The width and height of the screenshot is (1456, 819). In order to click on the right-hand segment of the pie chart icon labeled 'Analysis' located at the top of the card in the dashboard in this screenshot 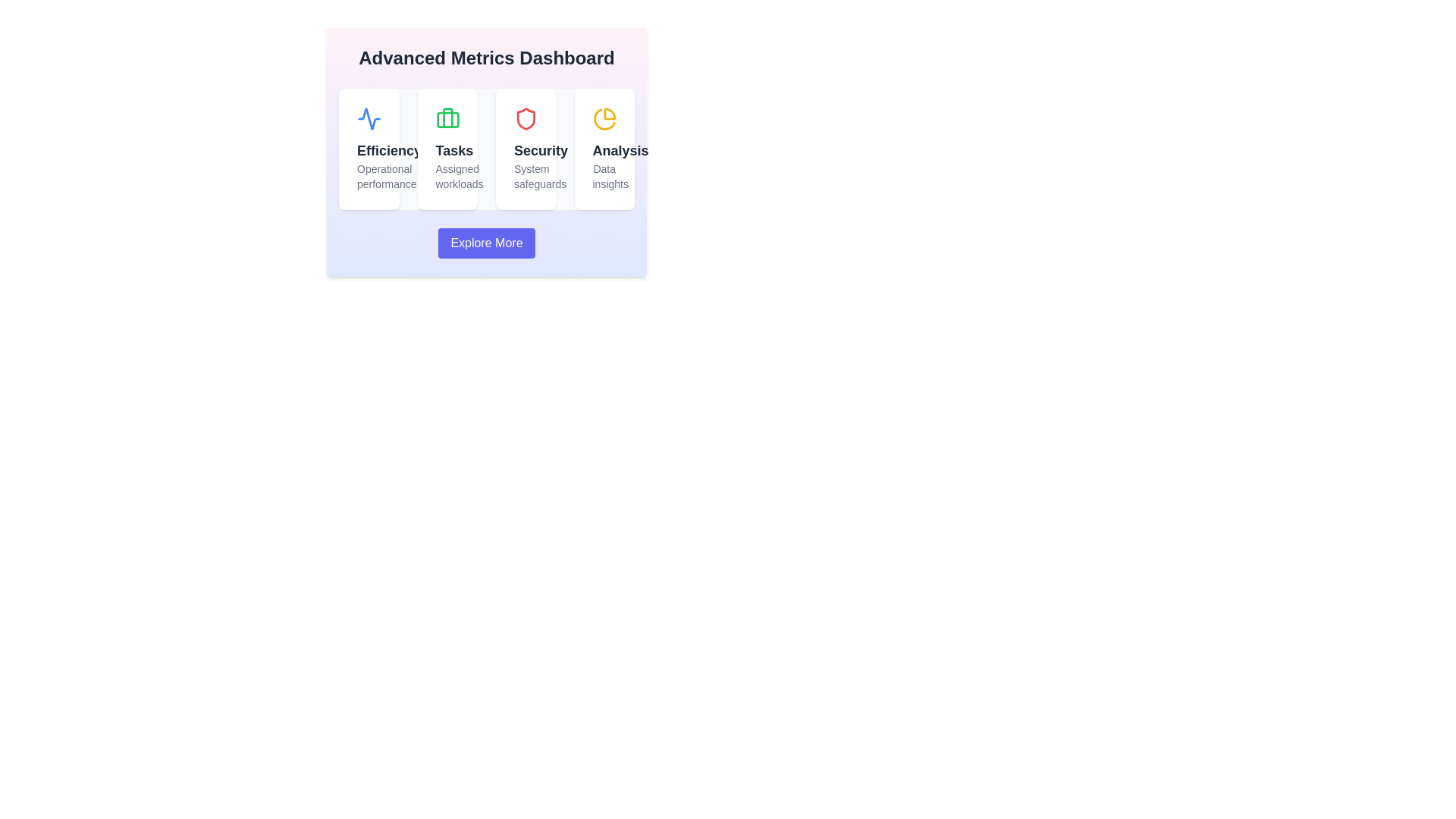, I will do `click(603, 118)`.